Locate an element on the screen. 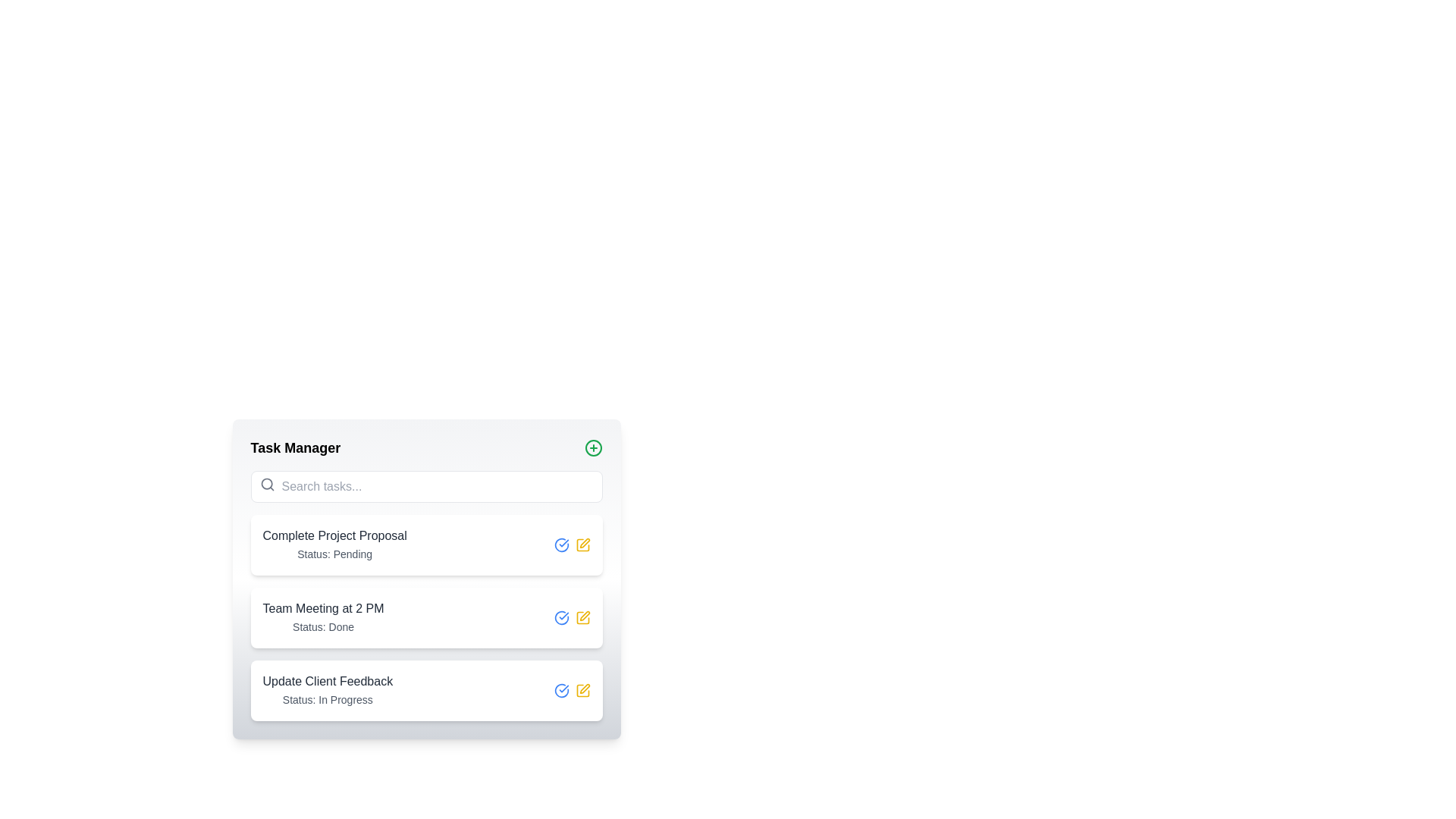  the first icon button located to the right of the text 'Update Client Feedback' in the third visible list item to mark the task as complete is located at coordinates (560, 690).